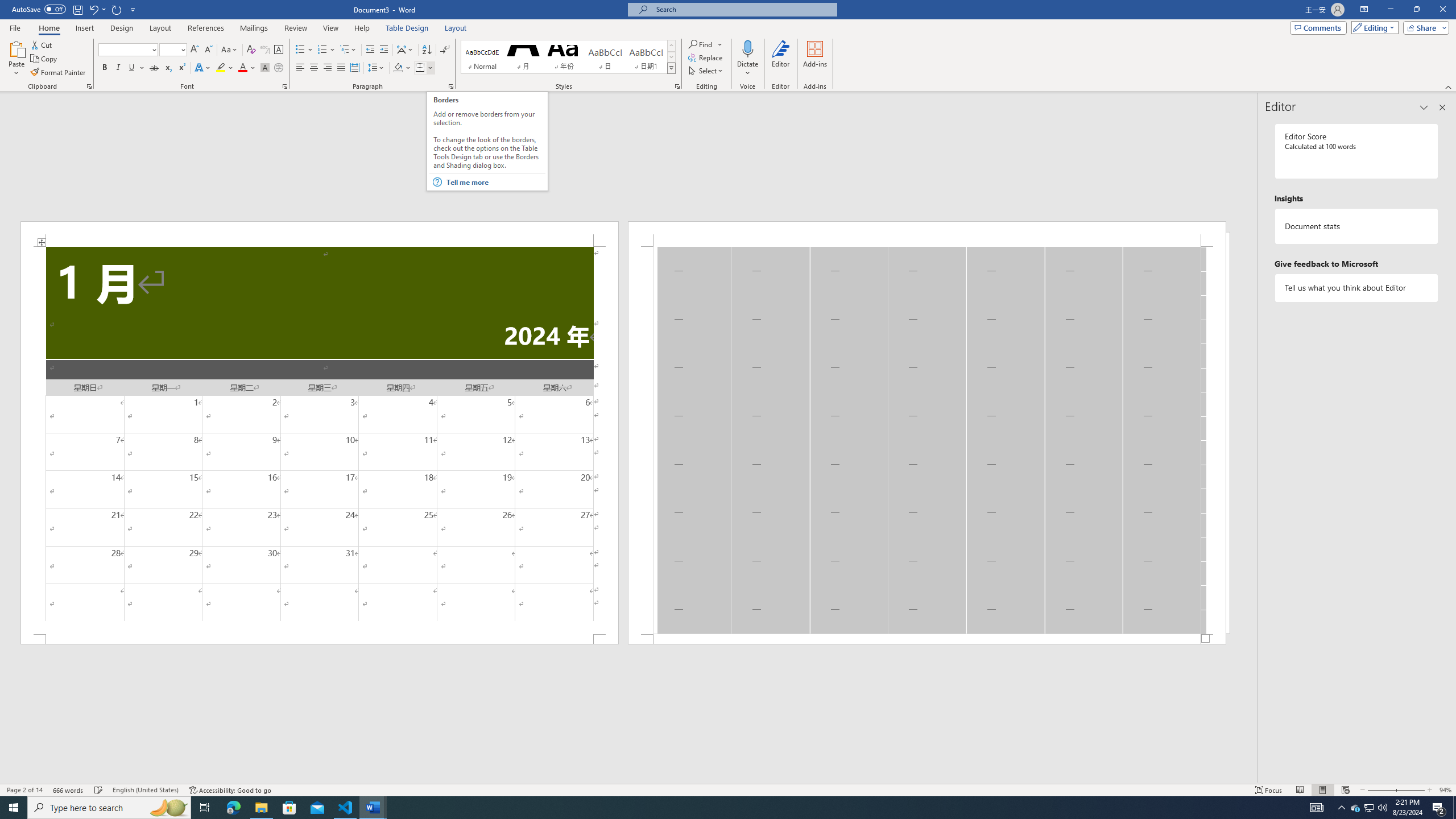 The height and width of the screenshot is (819, 1456). Describe the element at coordinates (42, 44) in the screenshot. I see `'Cut'` at that location.